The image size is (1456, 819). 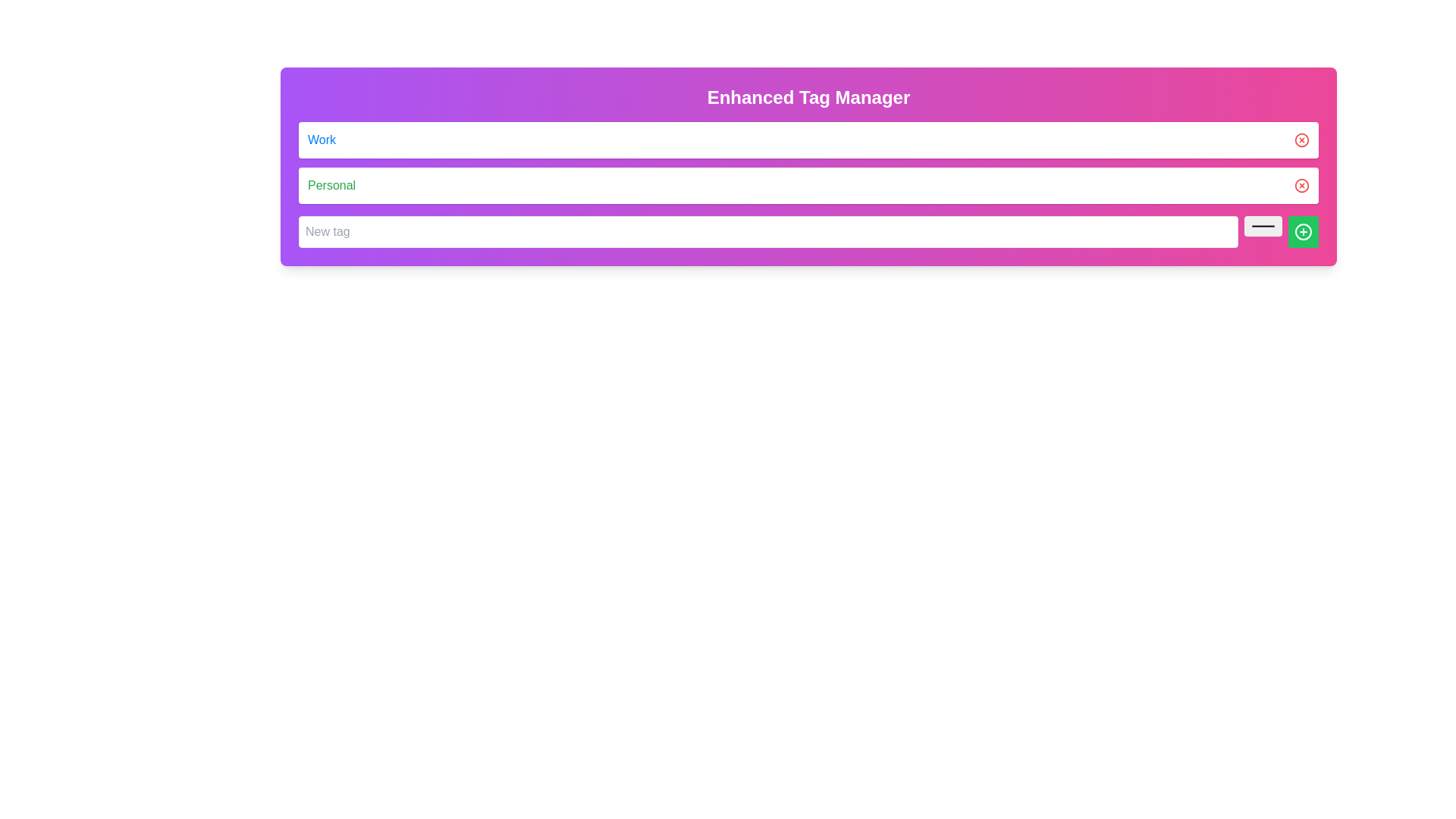 What do you see at coordinates (1302, 231) in the screenshot?
I see `the button located on the far-right side of the tag input field row` at bounding box center [1302, 231].